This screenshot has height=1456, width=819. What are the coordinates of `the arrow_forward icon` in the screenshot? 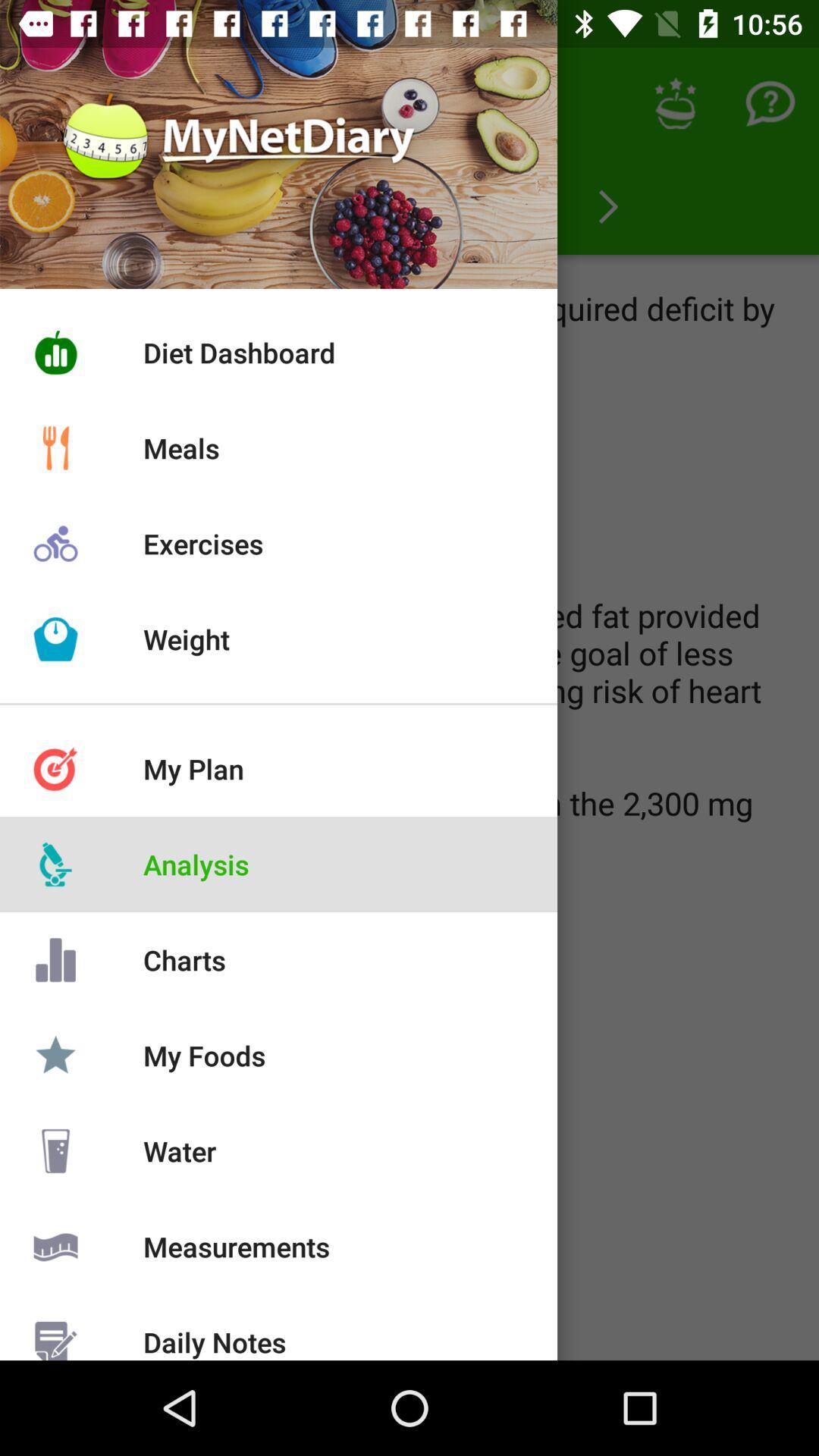 It's located at (607, 206).